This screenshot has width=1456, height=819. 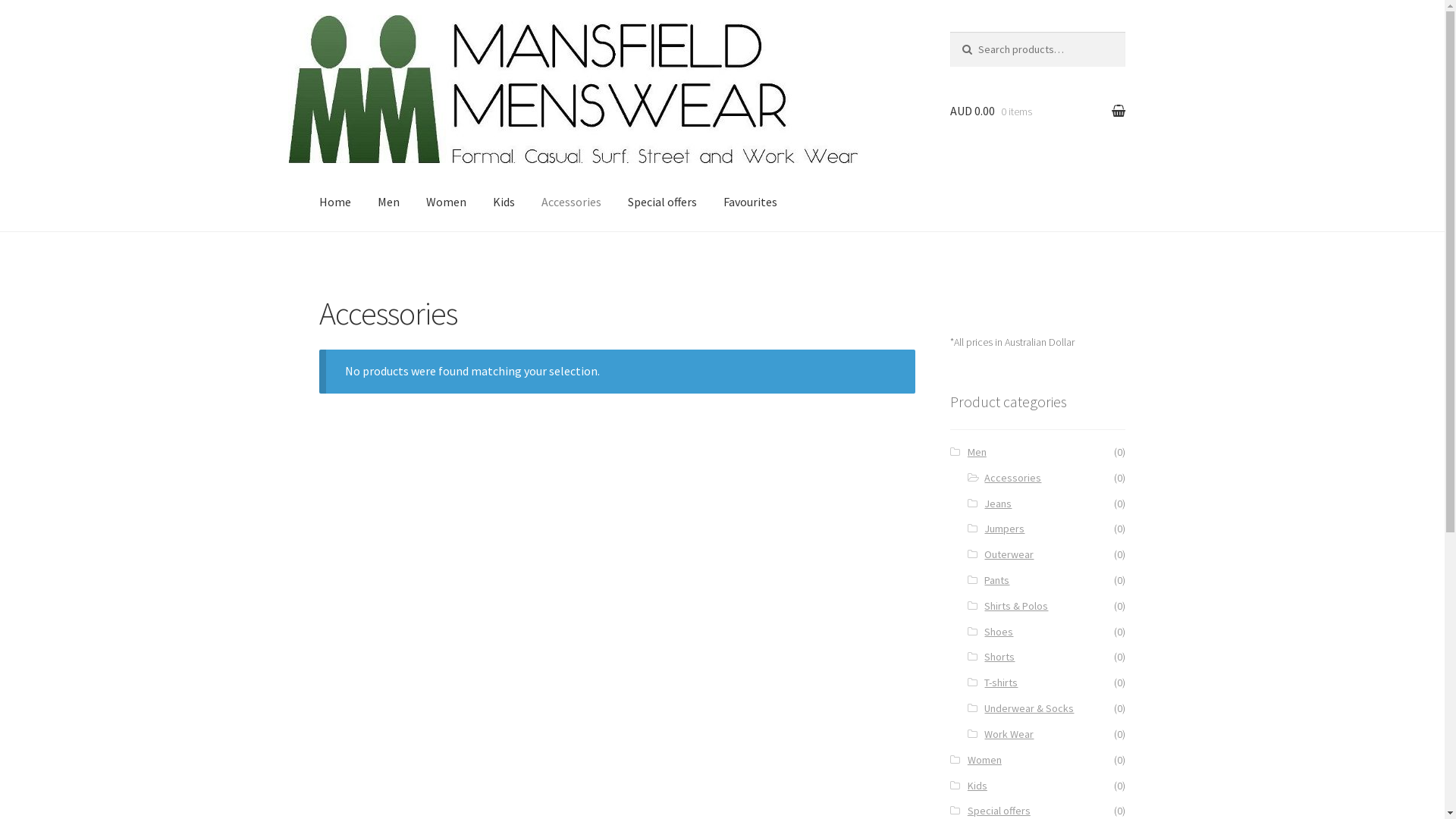 I want to click on 'Search', so click(x=981, y=45).